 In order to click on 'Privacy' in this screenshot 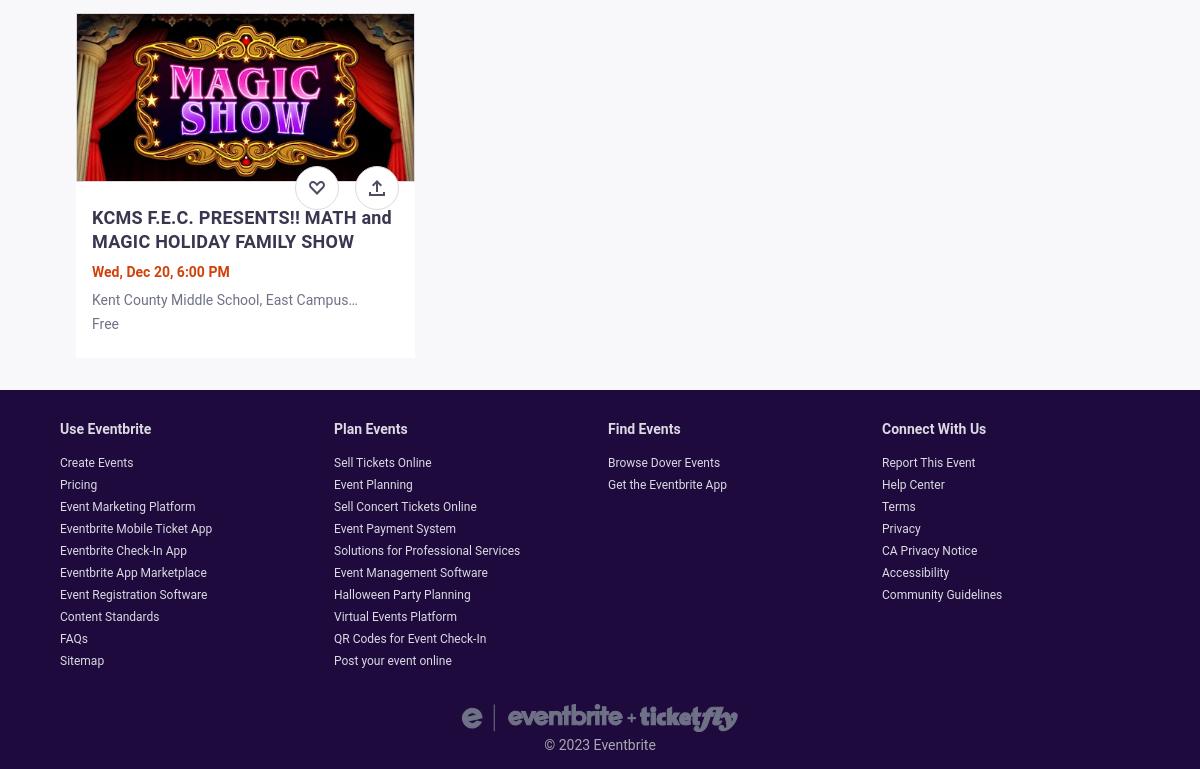, I will do `click(900, 528)`.